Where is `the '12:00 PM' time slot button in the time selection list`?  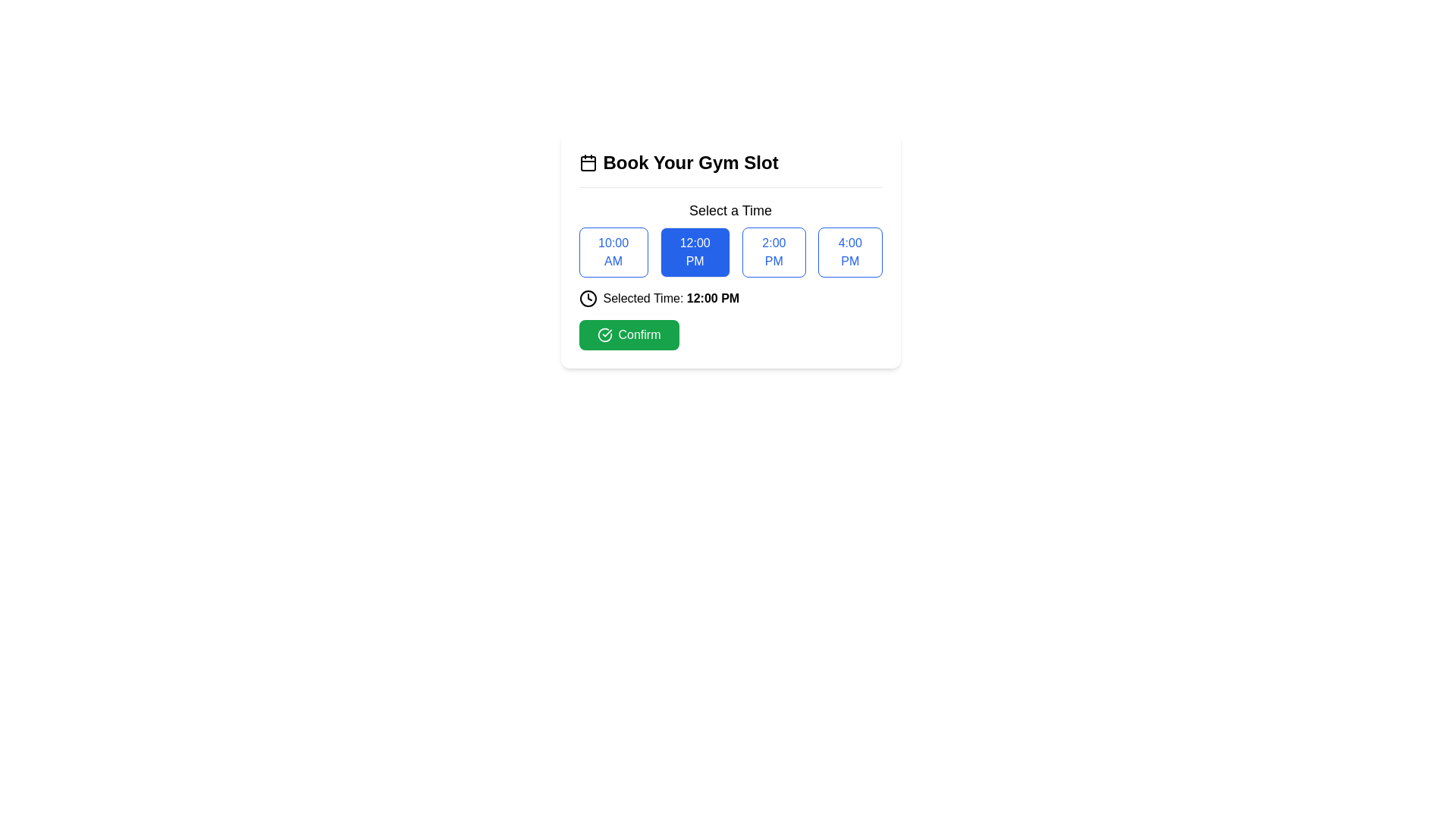 the '12:00 PM' time slot button in the time selection list is located at coordinates (694, 251).